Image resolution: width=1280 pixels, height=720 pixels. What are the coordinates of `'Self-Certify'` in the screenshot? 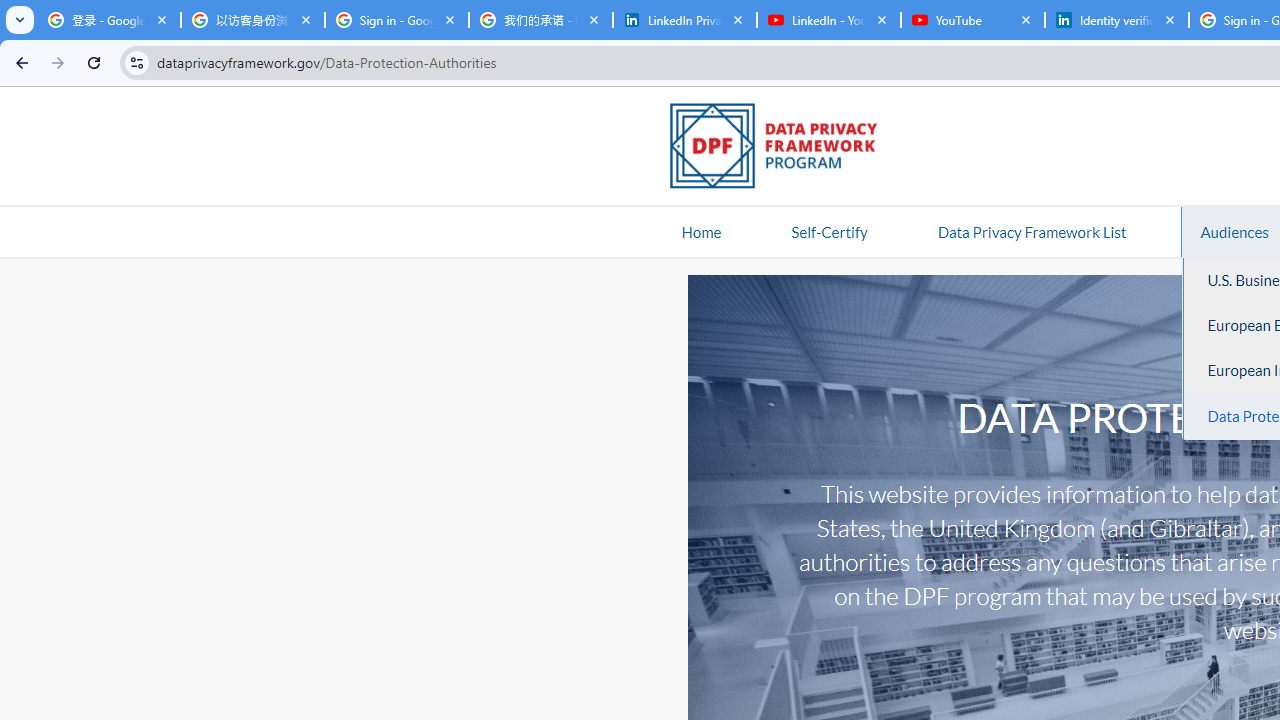 It's located at (829, 230).